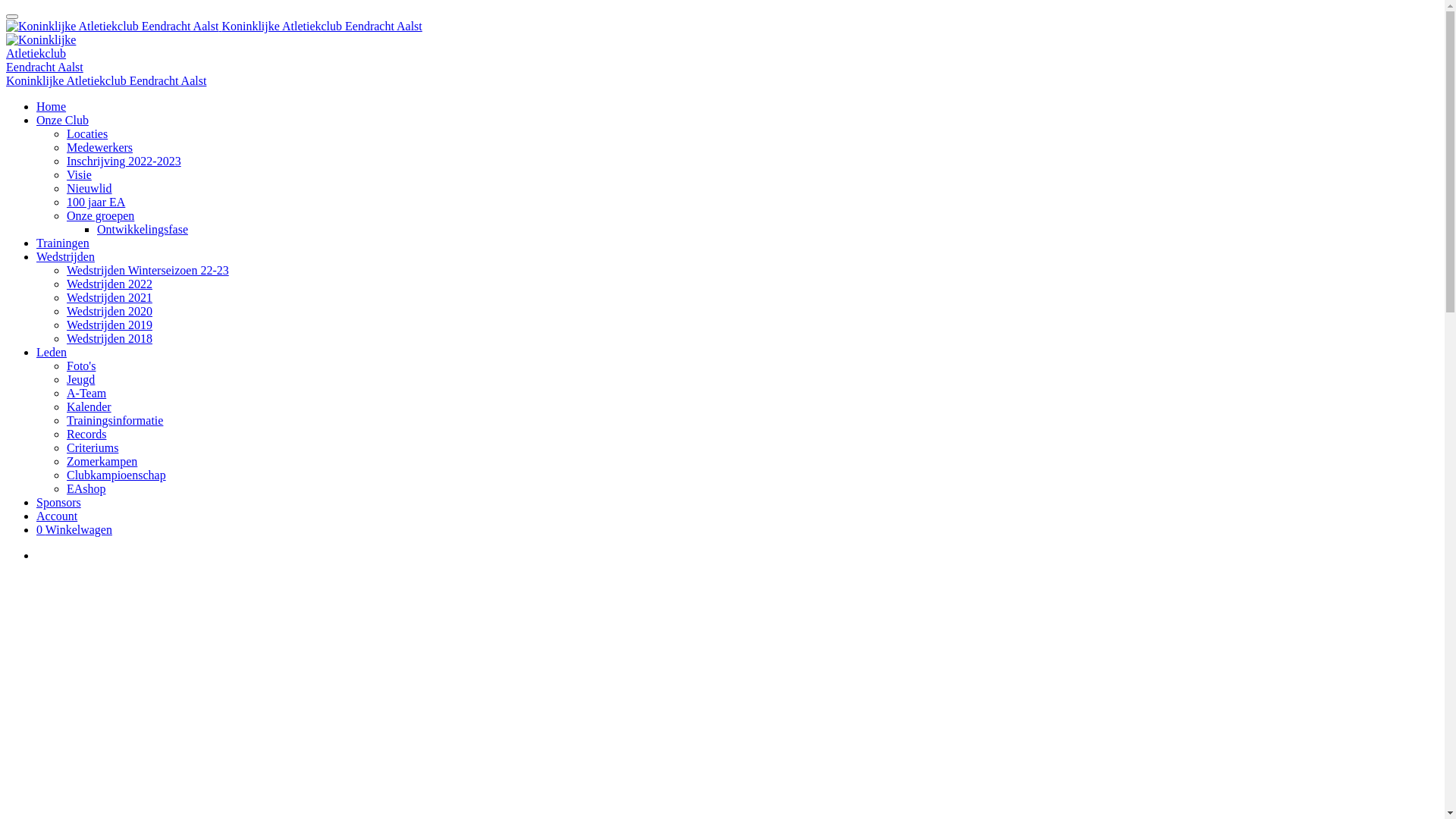  I want to click on 'Wedstrijden 2022', so click(108, 284).